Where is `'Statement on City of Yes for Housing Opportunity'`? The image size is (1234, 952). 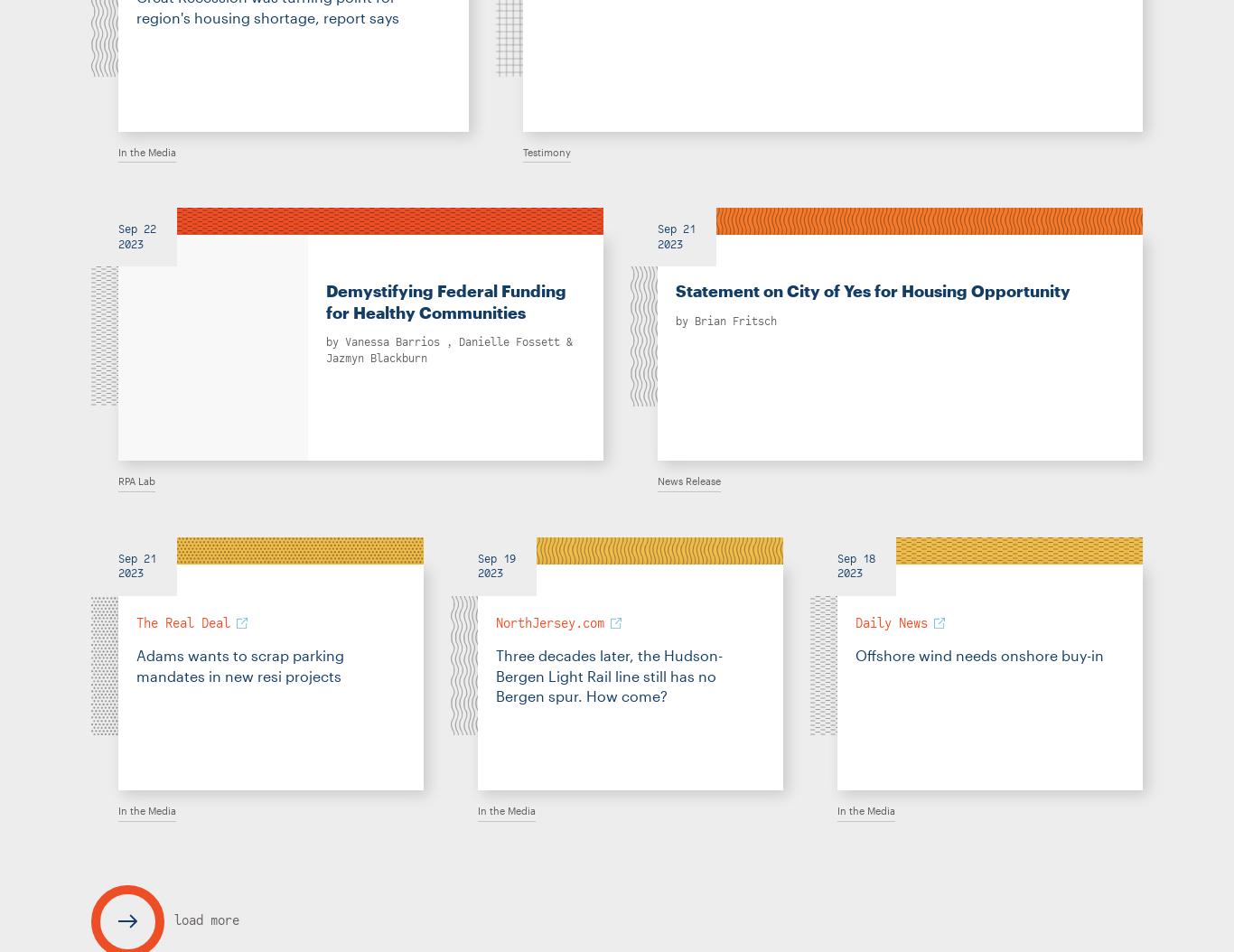 'Statement on City of Yes for Housing Opportunity' is located at coordinates (873, 290).